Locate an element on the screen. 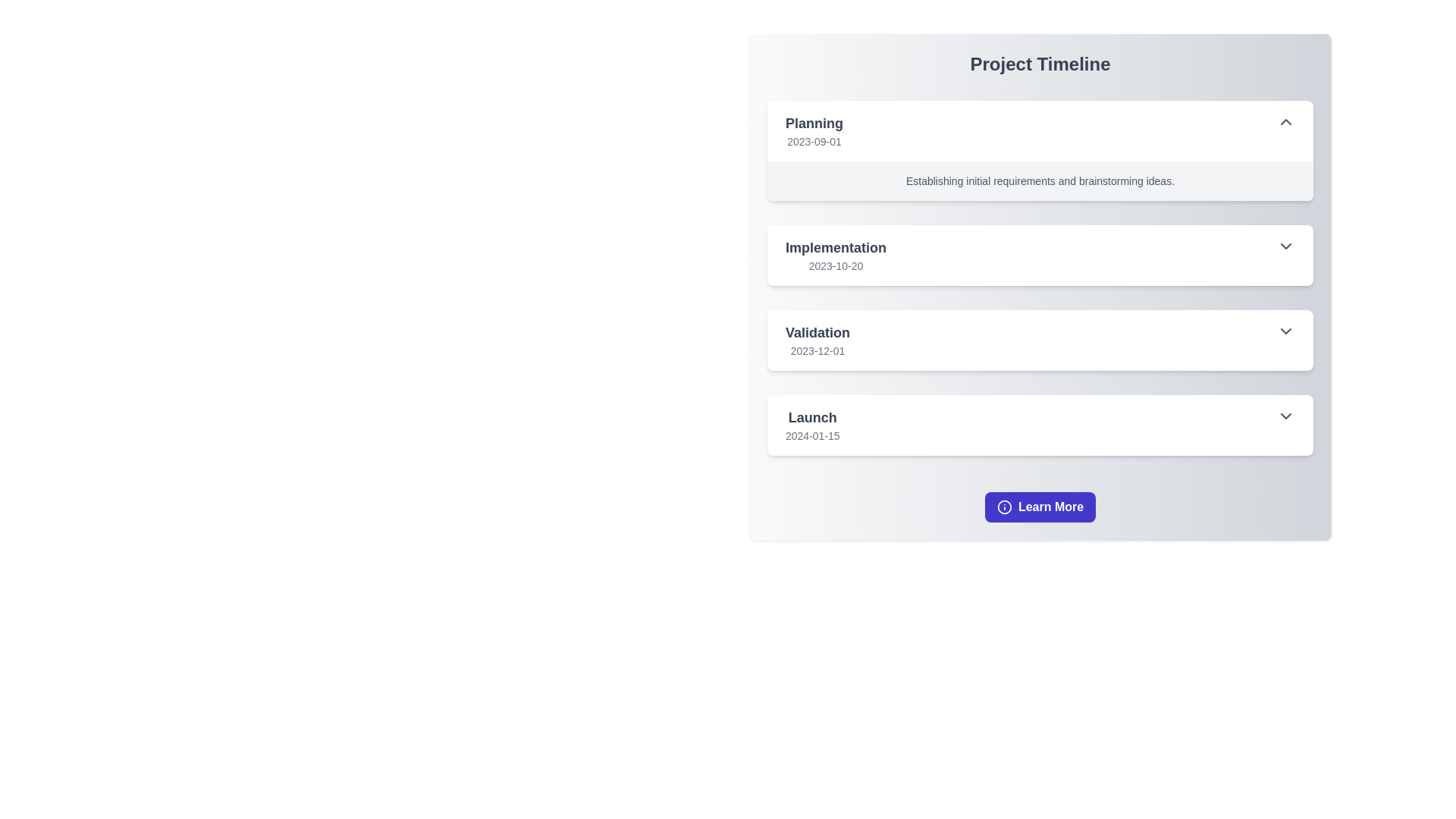  text from the date label located beneath the 'Validation' title in the 'Validation' section of the 'Project Timeline' is located at coordinates (817, 350).